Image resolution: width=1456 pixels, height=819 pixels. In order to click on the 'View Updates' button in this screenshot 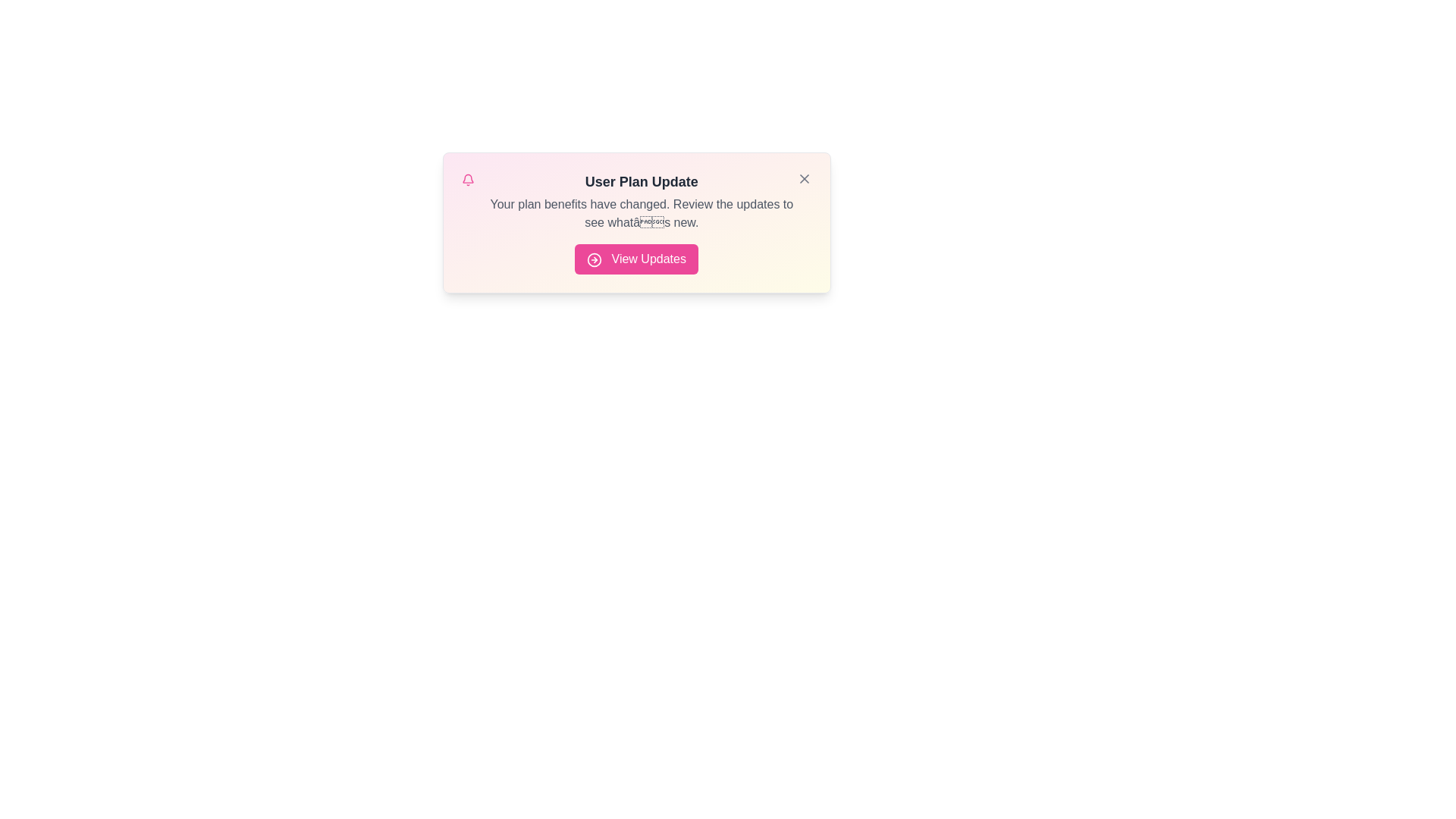, I will do `click(636, 259)`.